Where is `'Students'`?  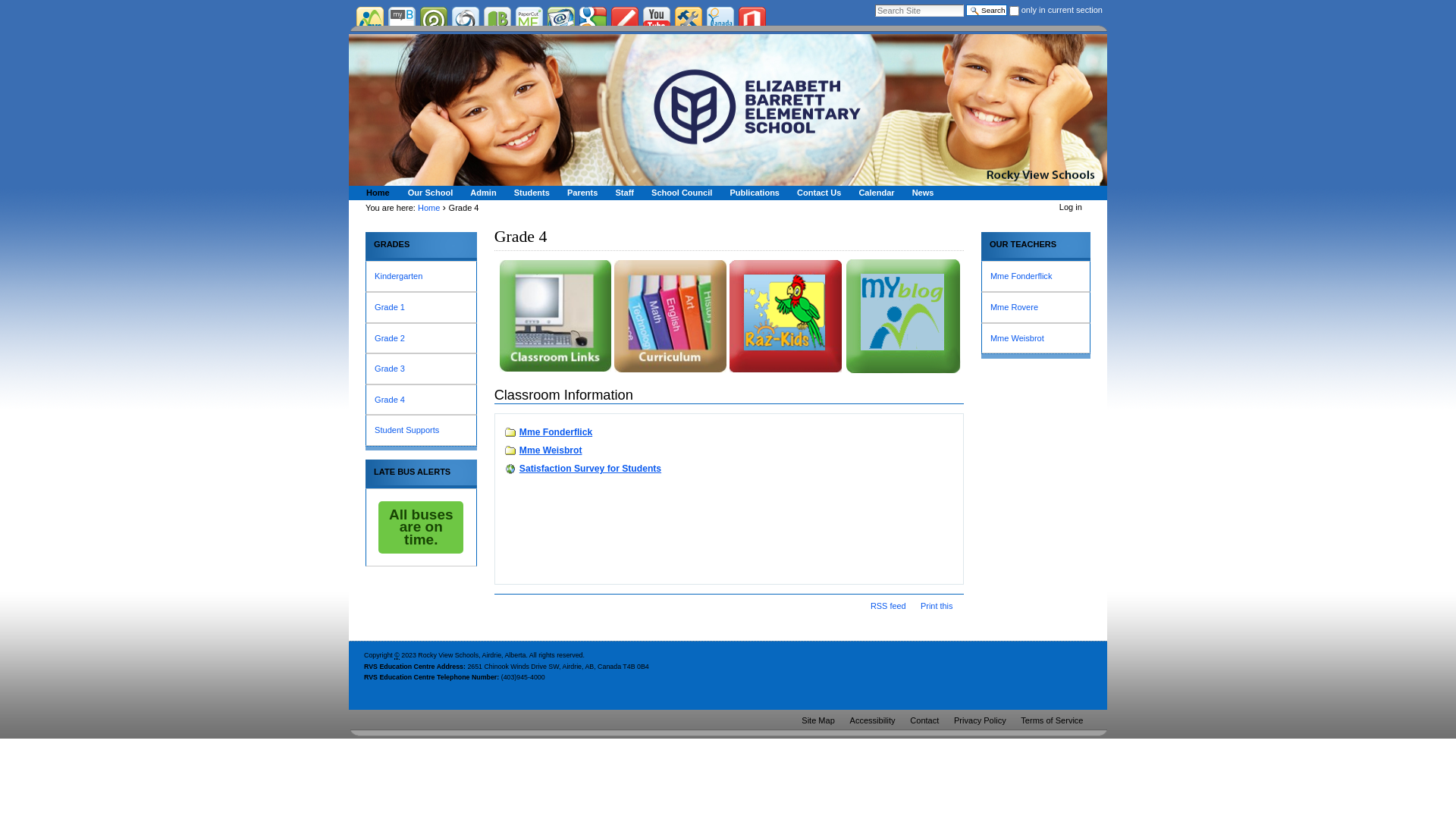
'Students' is located at coordinates (529, 192).